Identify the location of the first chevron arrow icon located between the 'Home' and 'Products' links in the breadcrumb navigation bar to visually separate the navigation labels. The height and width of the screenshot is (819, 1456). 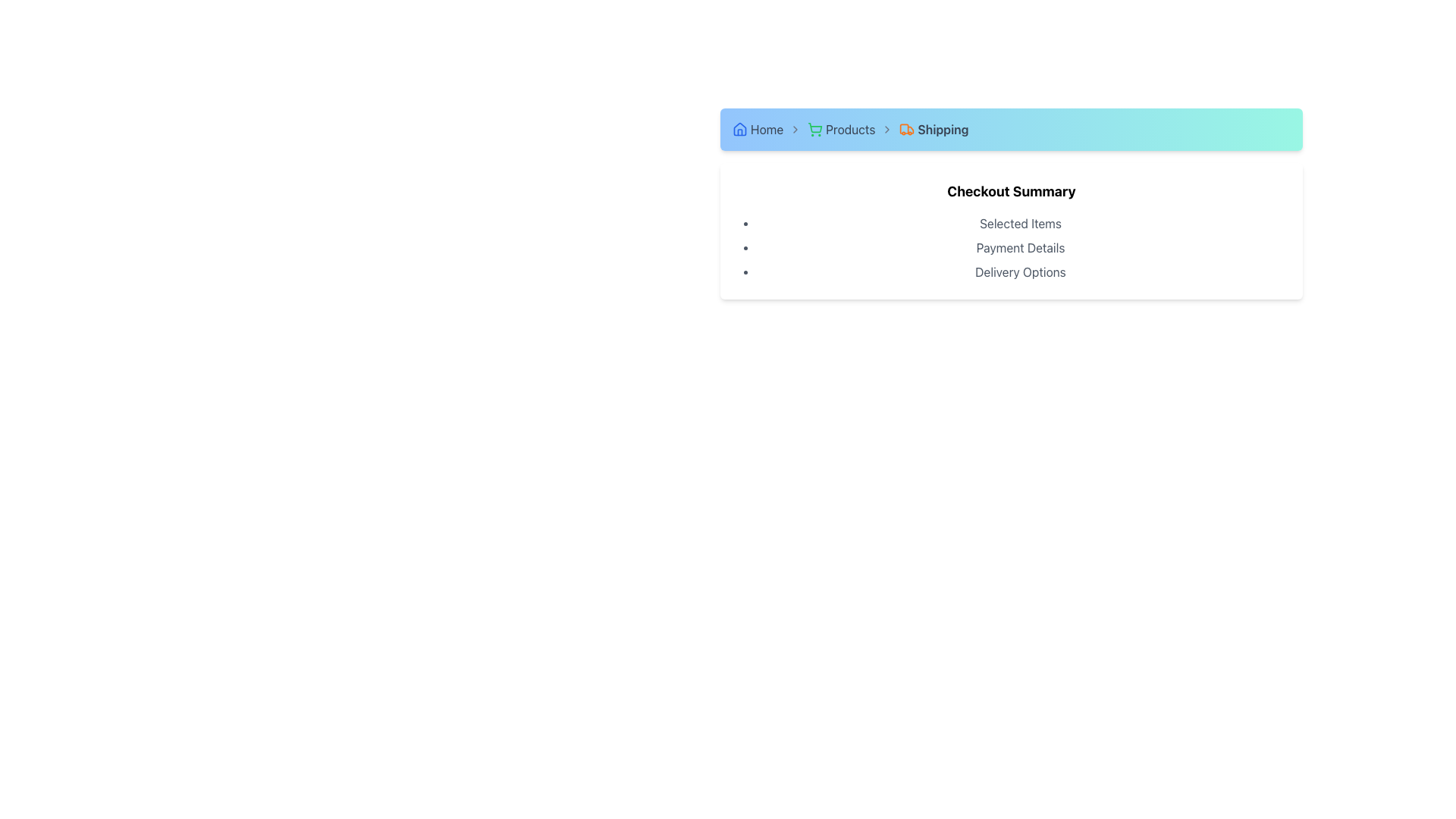
(795, 128).